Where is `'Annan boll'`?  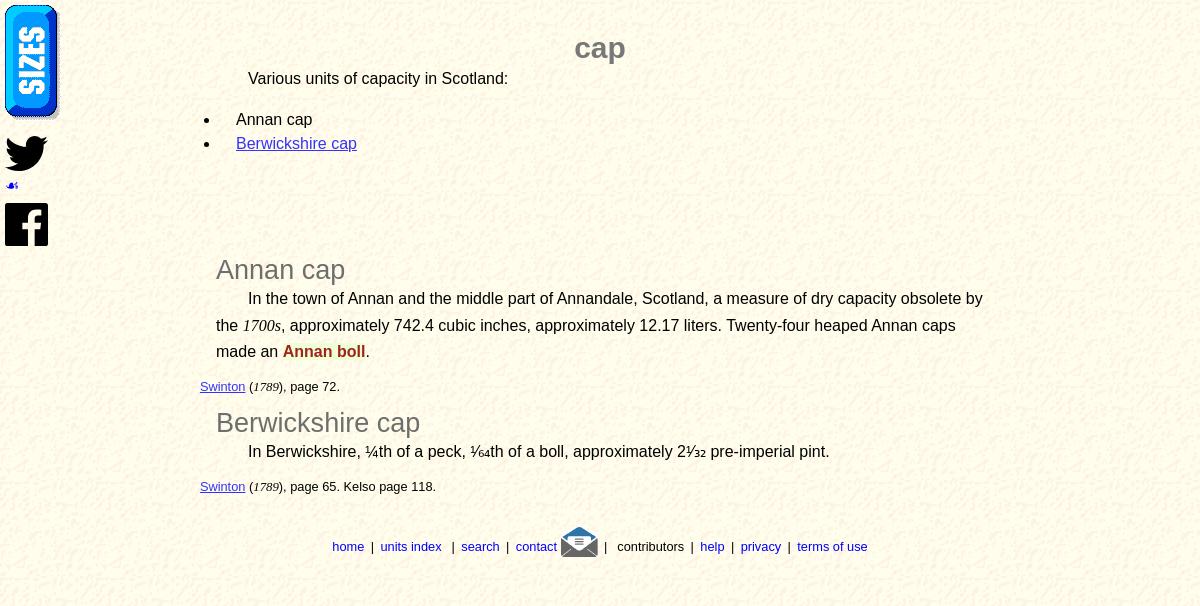
'Annan boll' is located at coordinates (323, 350).